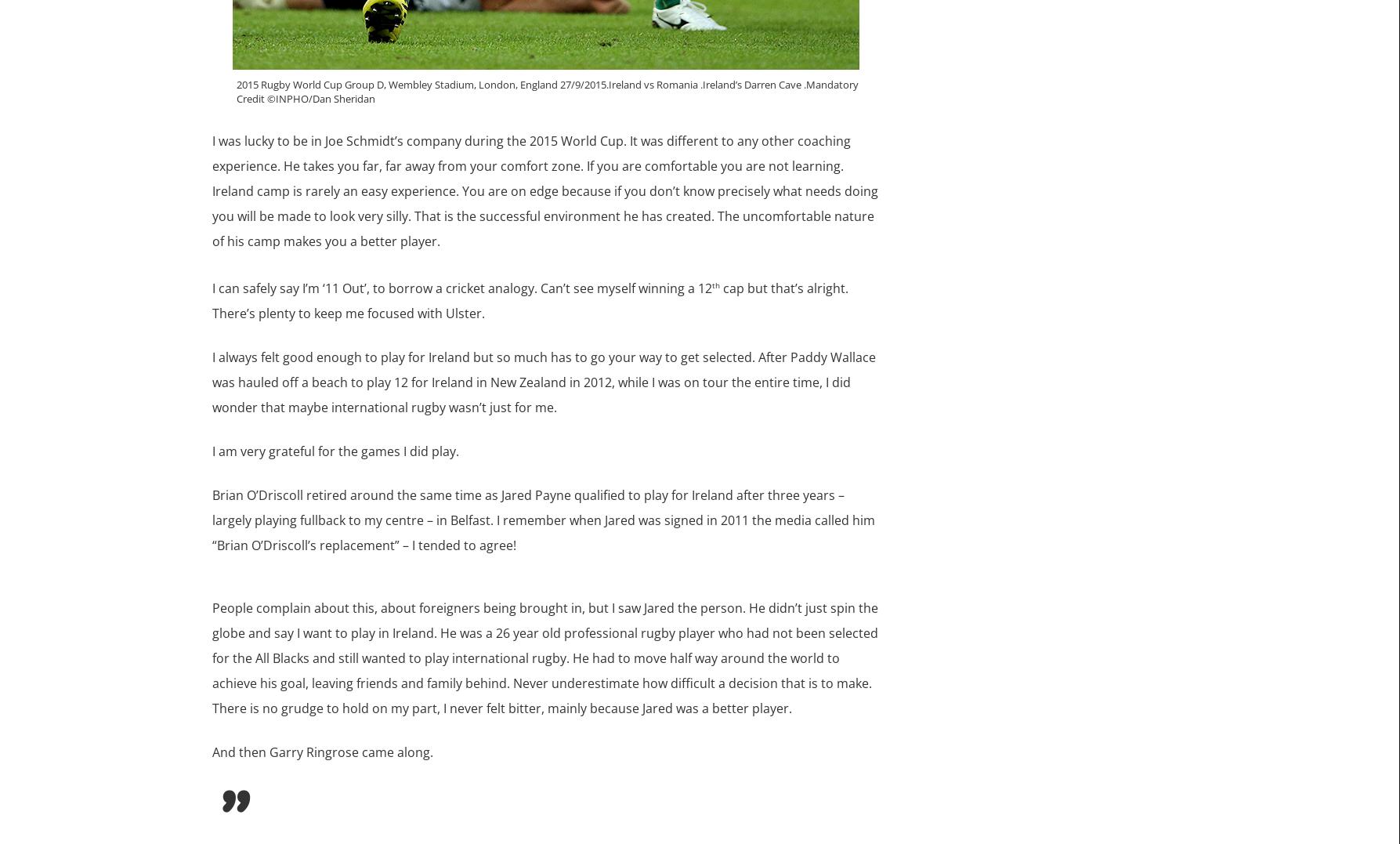  I want to click on 'cap but that’s alright. There’s plenty to keep me focused with Ulster.', so click(529, 300).